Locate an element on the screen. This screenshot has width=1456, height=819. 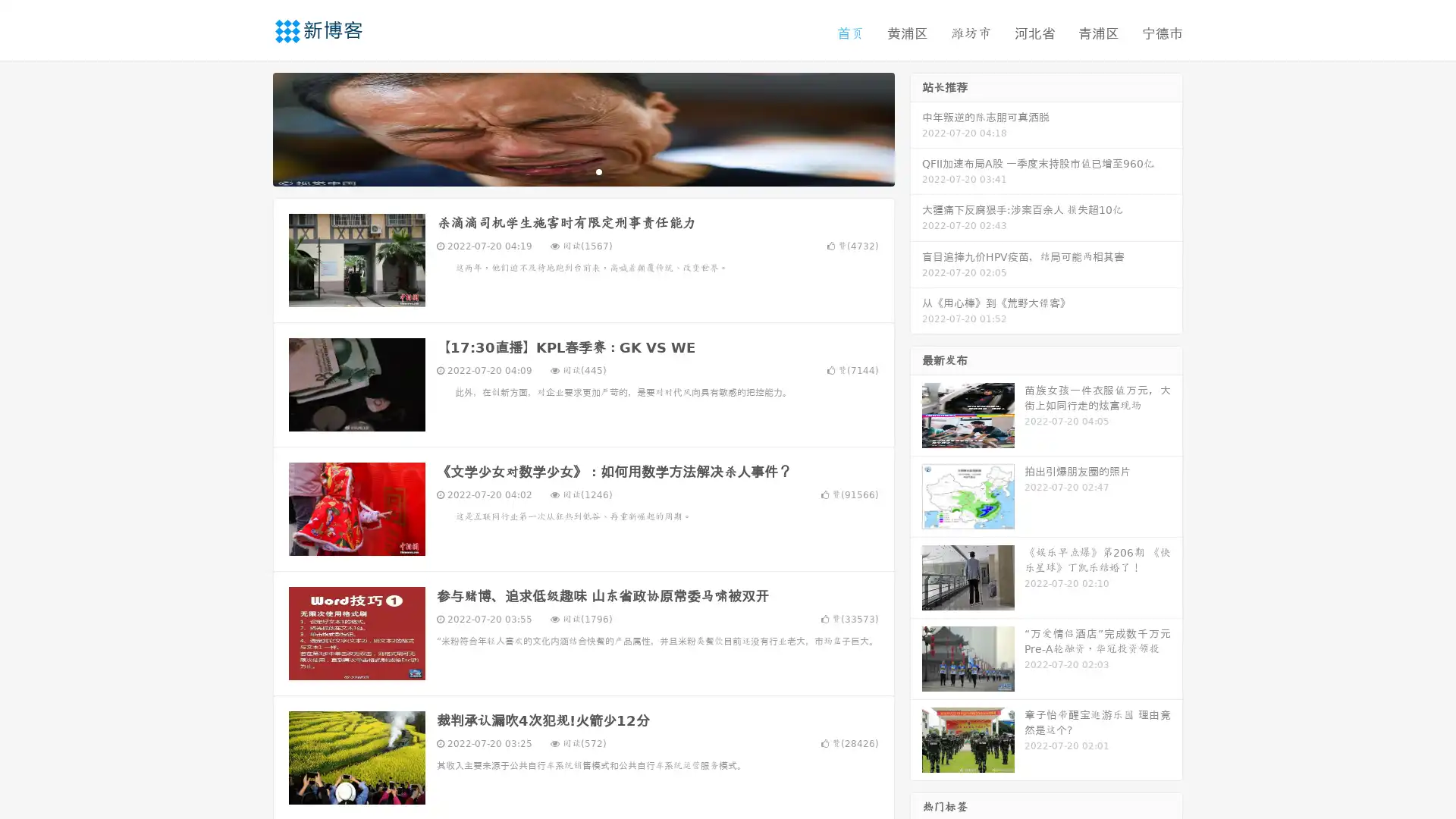
Go to slide 1 is located at coordinates (567, 171).